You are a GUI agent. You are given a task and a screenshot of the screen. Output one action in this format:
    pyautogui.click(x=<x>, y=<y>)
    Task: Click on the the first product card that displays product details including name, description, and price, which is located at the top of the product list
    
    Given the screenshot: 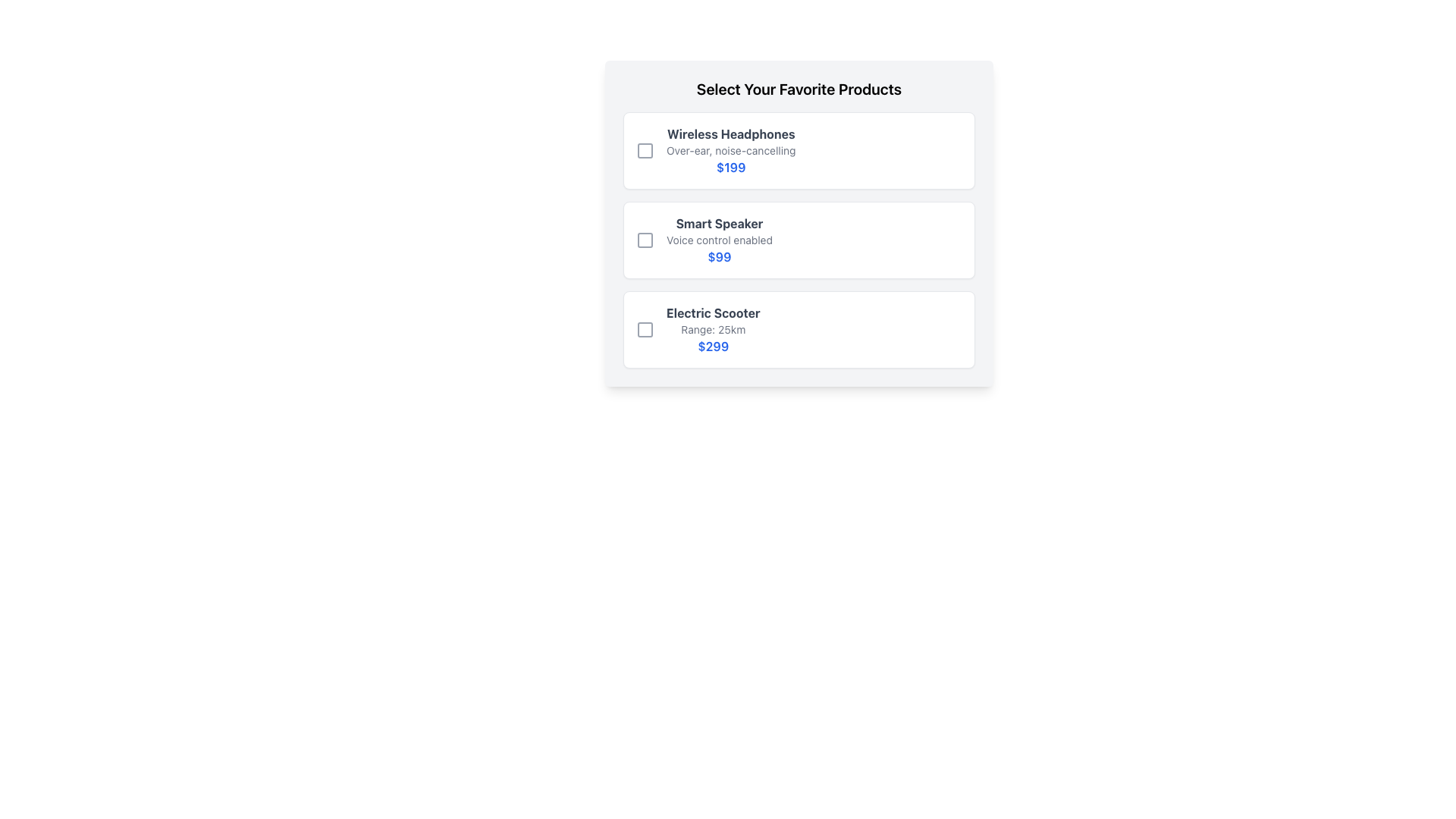 What is the action you would take?
    pyautogui.click(x=799, y=151)
    